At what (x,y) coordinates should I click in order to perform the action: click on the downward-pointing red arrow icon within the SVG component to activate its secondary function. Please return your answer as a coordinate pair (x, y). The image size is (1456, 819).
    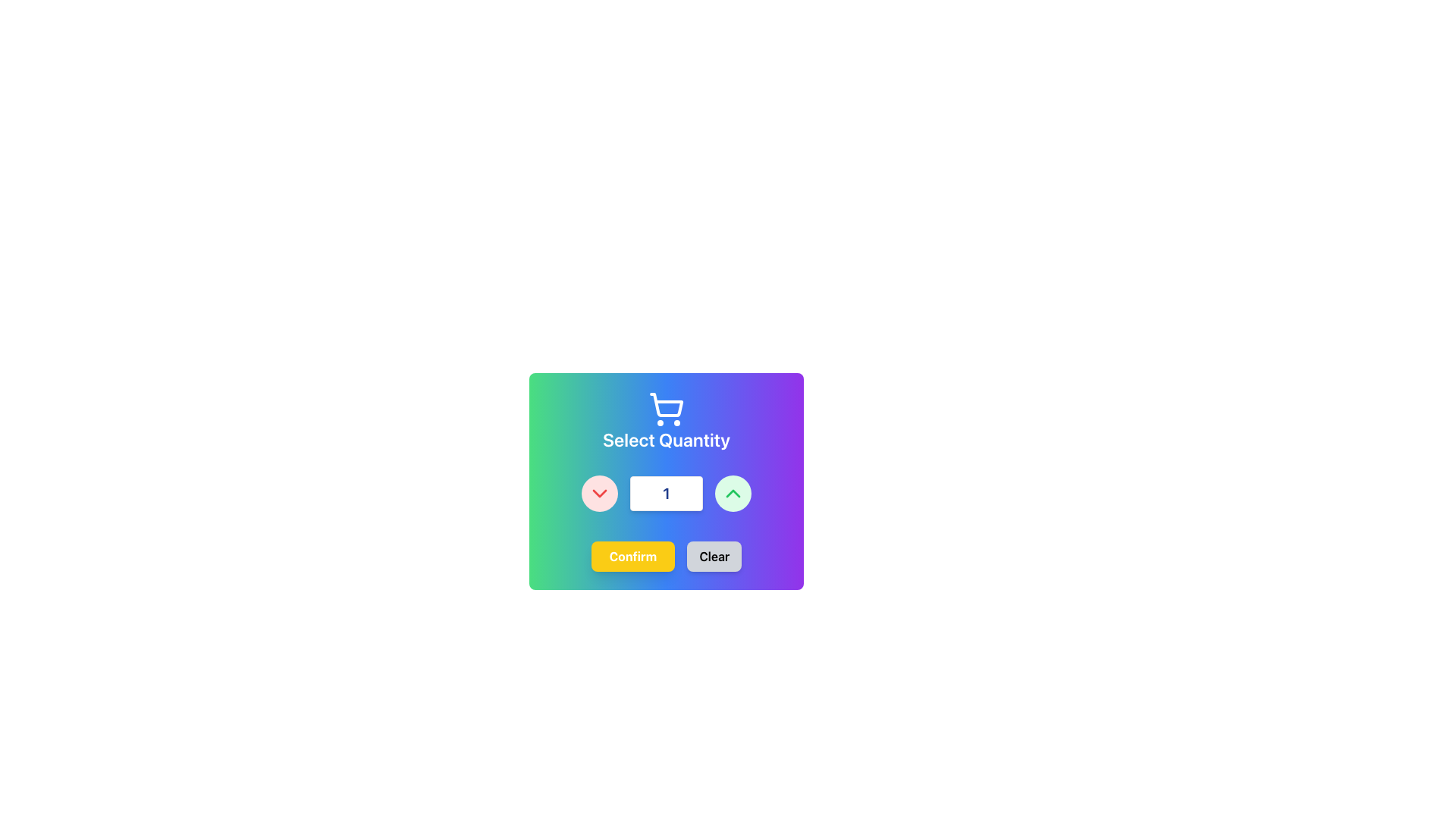
    Looking at the image, I should click on (599, 494).